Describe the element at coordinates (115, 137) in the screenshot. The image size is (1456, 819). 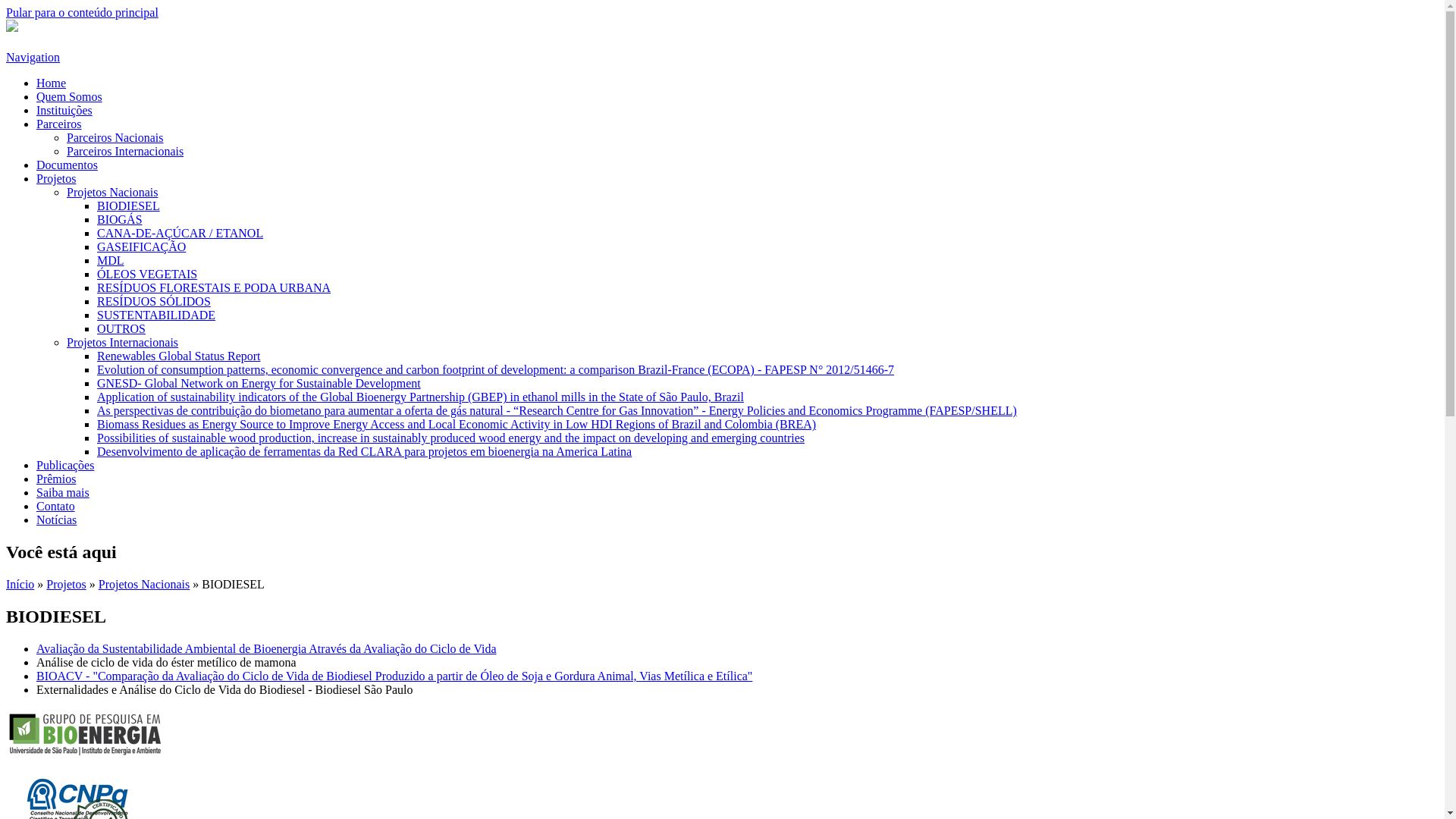
I see `'Parceiros Nacionais'` at that location.